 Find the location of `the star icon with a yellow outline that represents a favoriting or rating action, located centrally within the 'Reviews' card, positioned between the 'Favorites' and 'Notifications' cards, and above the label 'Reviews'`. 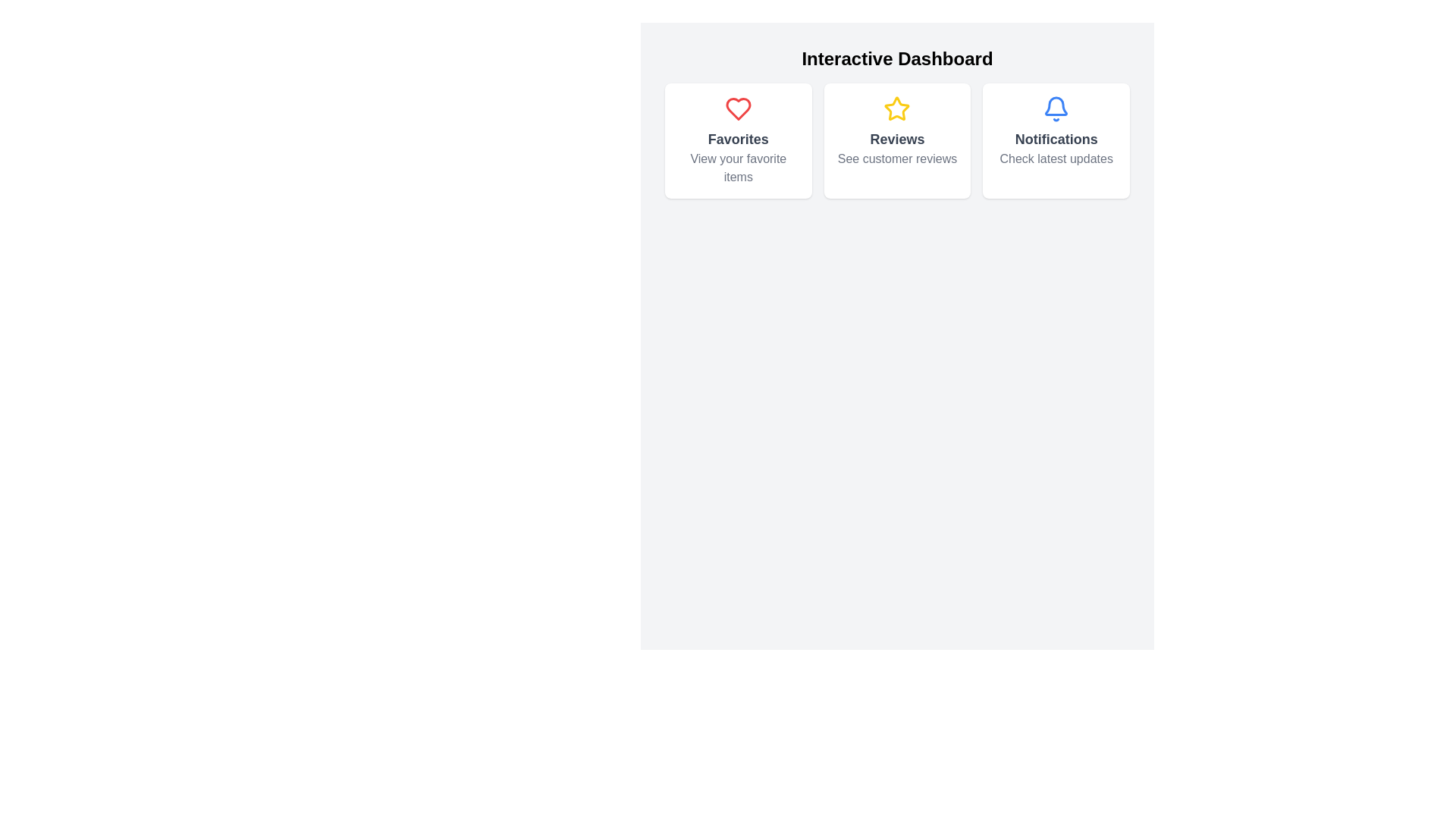

the star icon with a yellow outline that represents a favoriting or rating action, located centrally within the 'Reviews' card, positioned between the 'Favorites' and 'Notifications' cards, and above the label 'Reviews' is located at coordinates (897, 108).